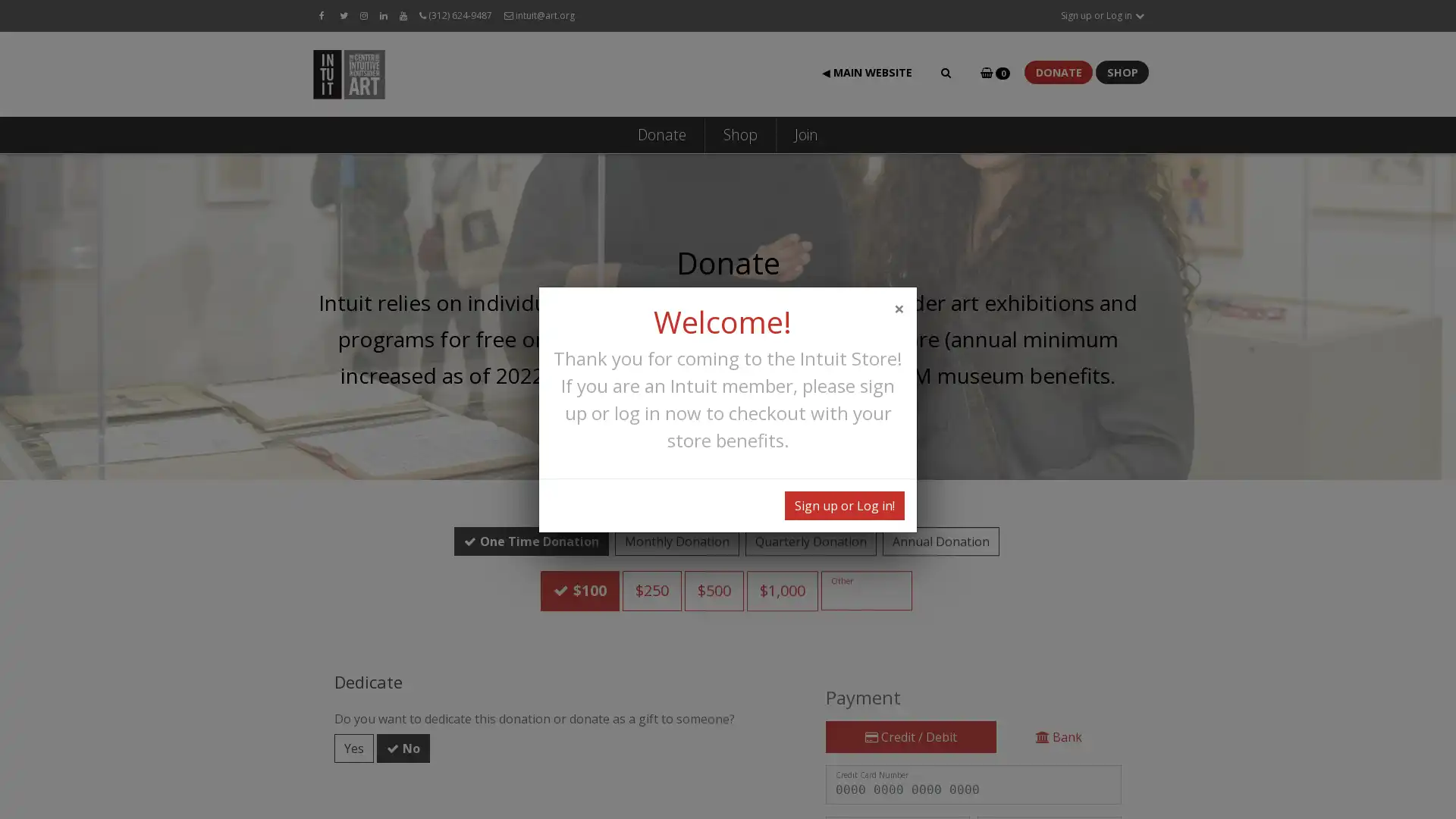 This screenshot has width=1456, height=819. Describe the element at coordinates (899, 307) in the screenshot. I see `Close` at that location.